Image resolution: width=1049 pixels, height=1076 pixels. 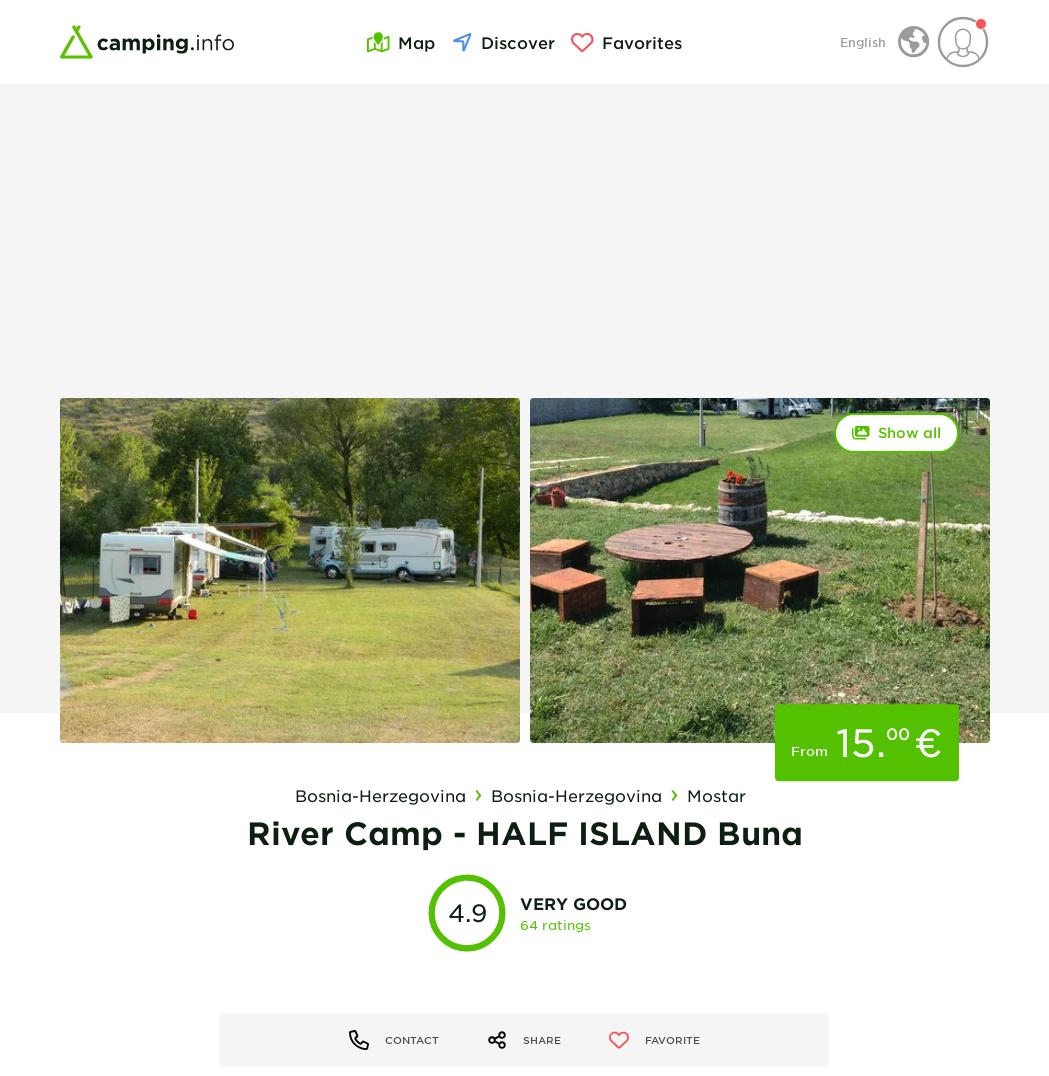 I want to click on '15', so click(x=855, y=741).